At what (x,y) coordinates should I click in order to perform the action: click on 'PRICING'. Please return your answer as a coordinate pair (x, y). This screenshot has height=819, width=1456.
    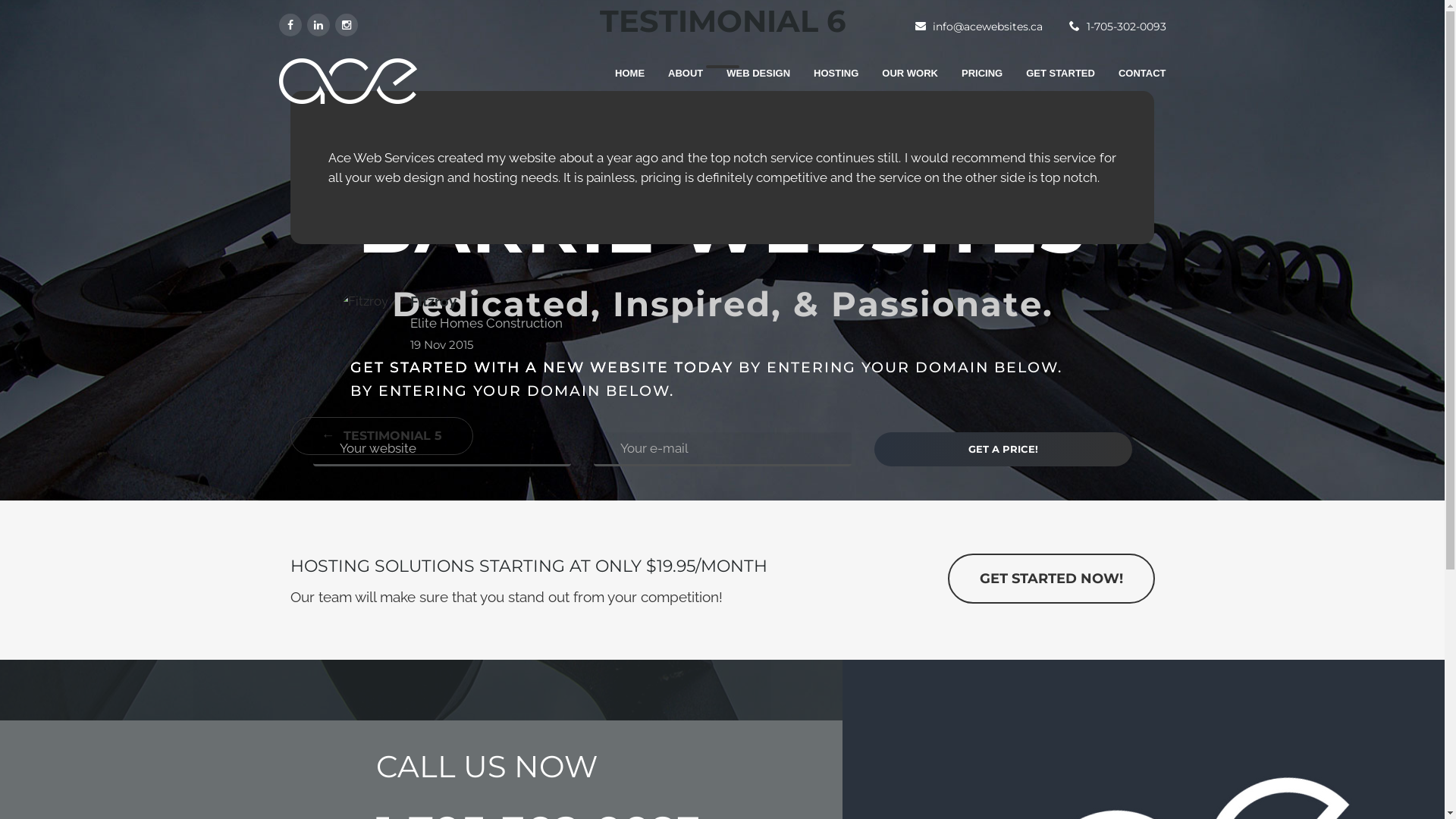
    Looking at the image, I should click on (971, 81).